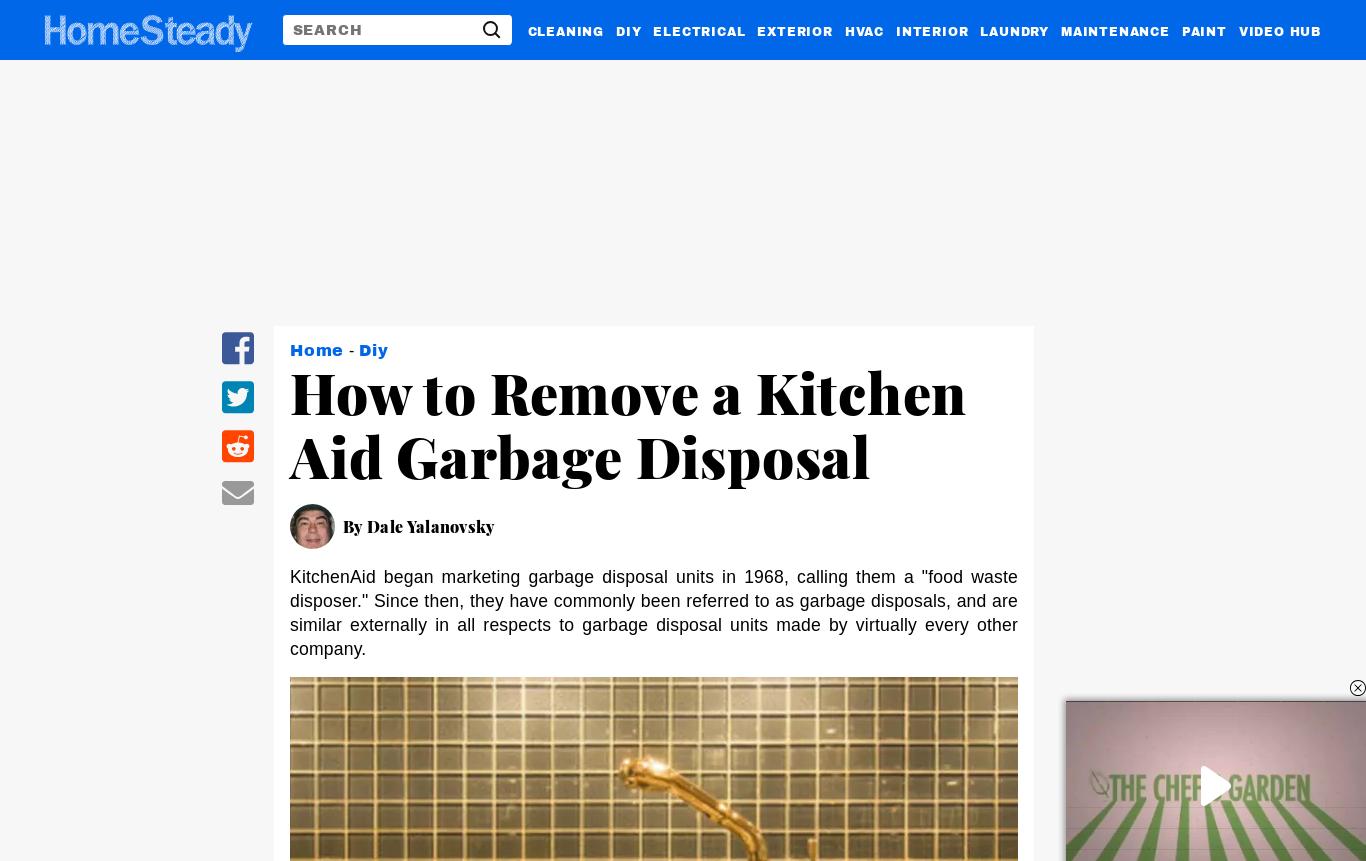  Describe the element at coordinates (653, 612) in the screenshot. I see `'KitchenAid began marketing garbage disposal units in 1968, calling them a "food waste disposer." Since then, they have commonly been referred to as garbage disposals, and are similar externally in all respects to garbage disposal units made by virtually every other company.'` at that location.